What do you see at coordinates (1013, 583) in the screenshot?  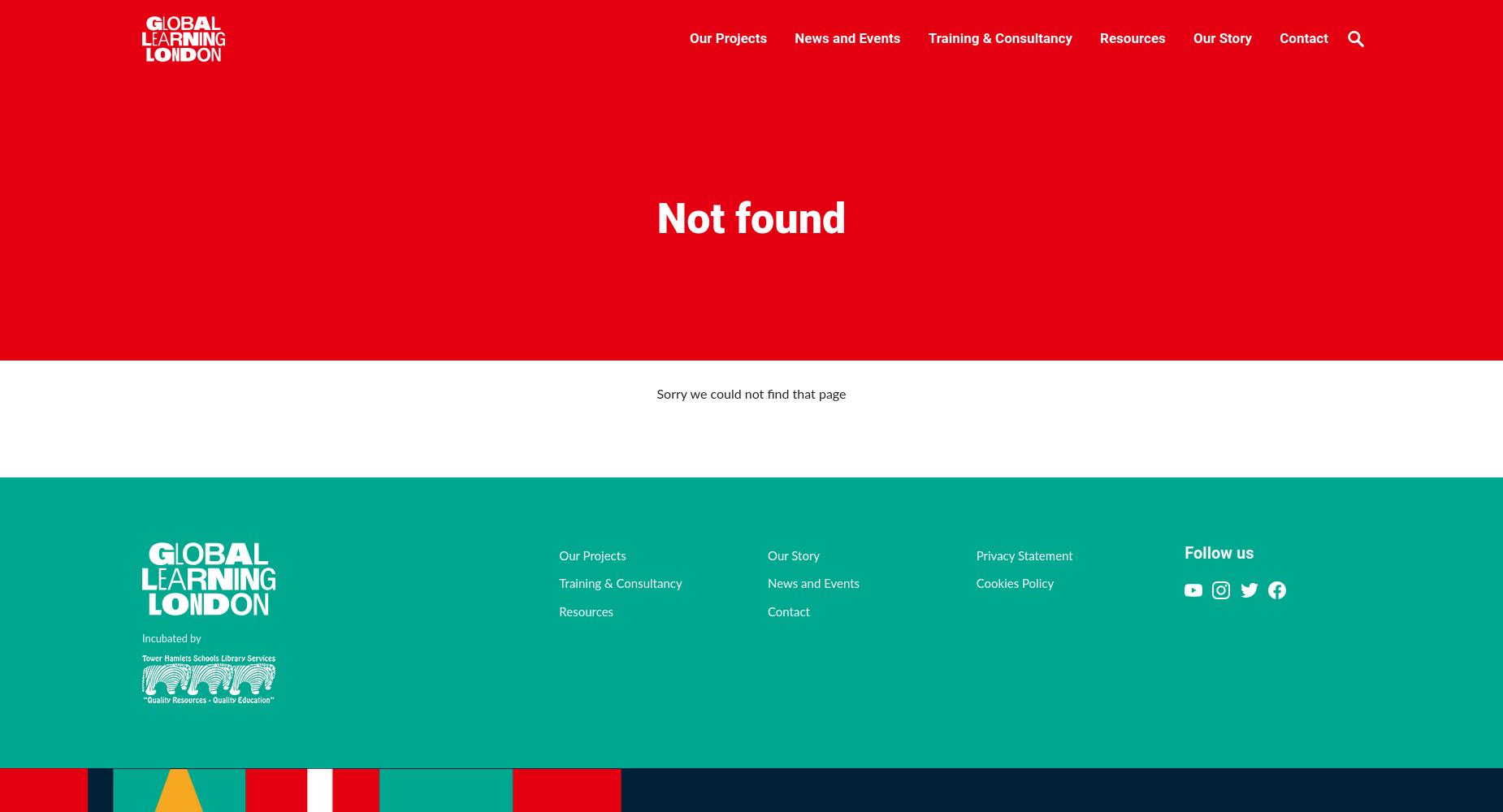 I see `'Cookies Policy'` at bounding box center [1013, 583].